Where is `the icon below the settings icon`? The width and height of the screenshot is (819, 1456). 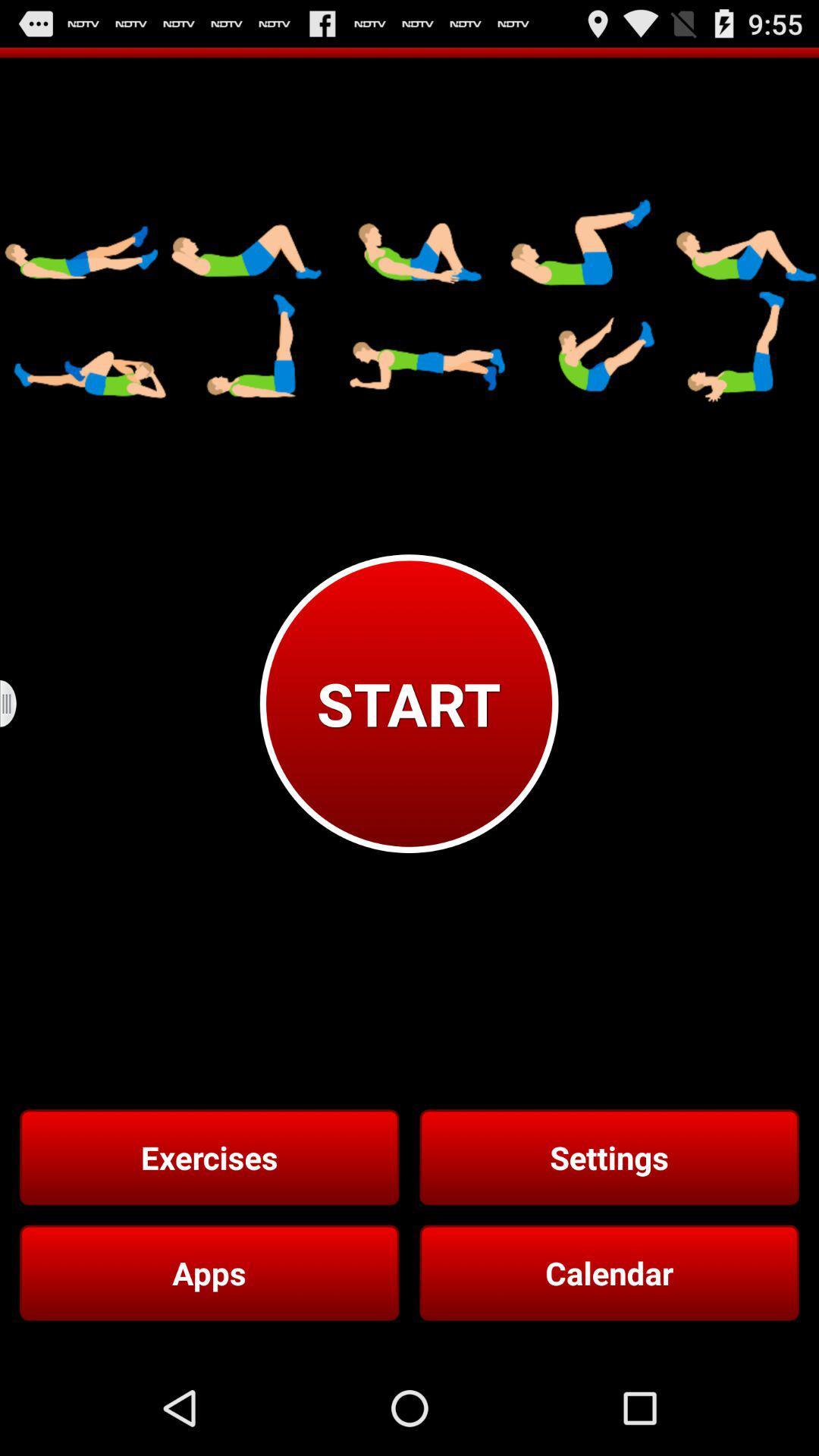
the icon below the settings icon is located at coordinates (608, 1272).